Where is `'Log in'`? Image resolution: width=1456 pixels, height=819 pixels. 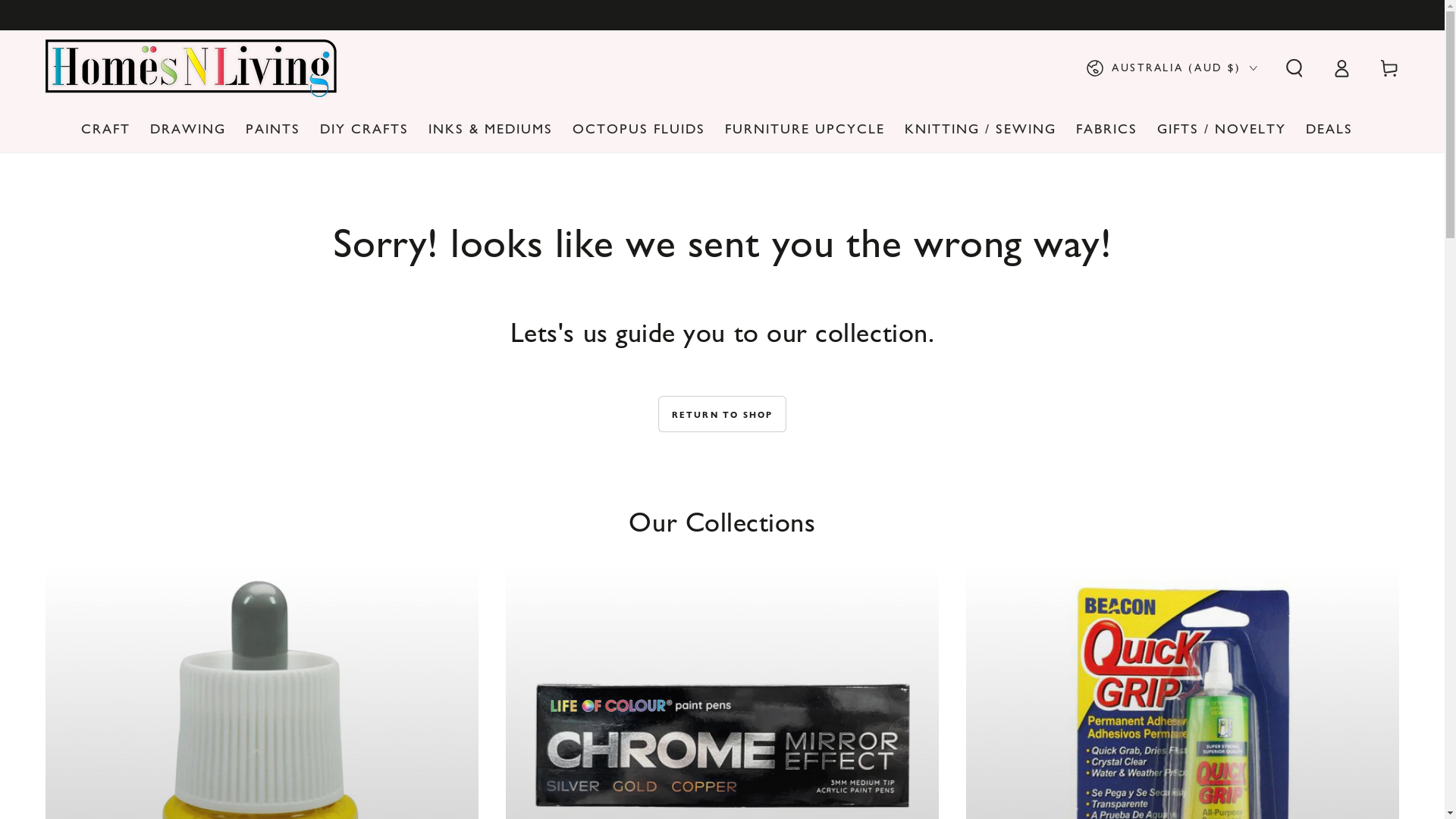 'Log in' is located at coordinates (1341, 68).